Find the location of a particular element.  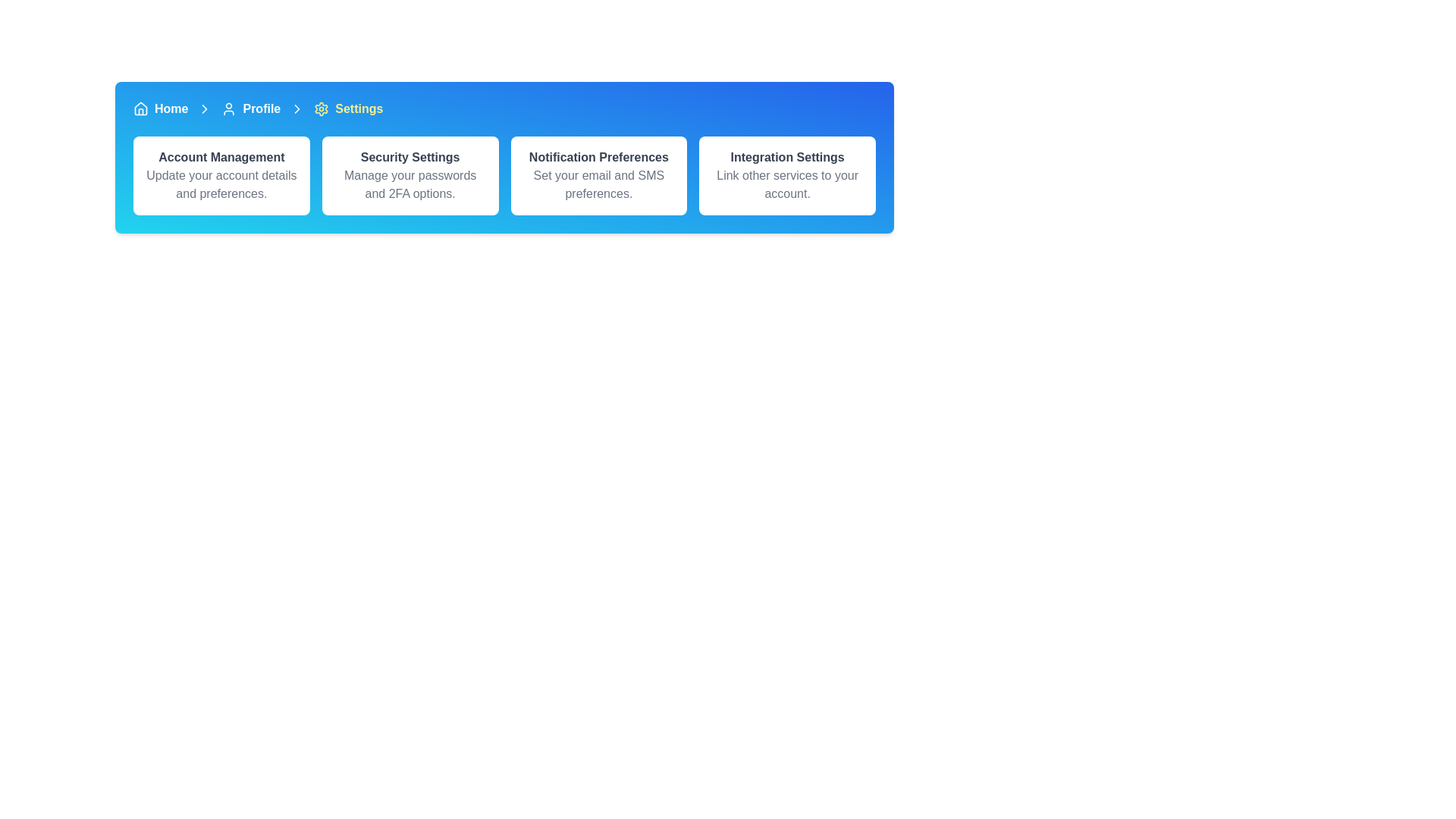

the 'Home' navigation element, which consists of a house icon and bold white text on a blue background is located at coordinates (161, 108).